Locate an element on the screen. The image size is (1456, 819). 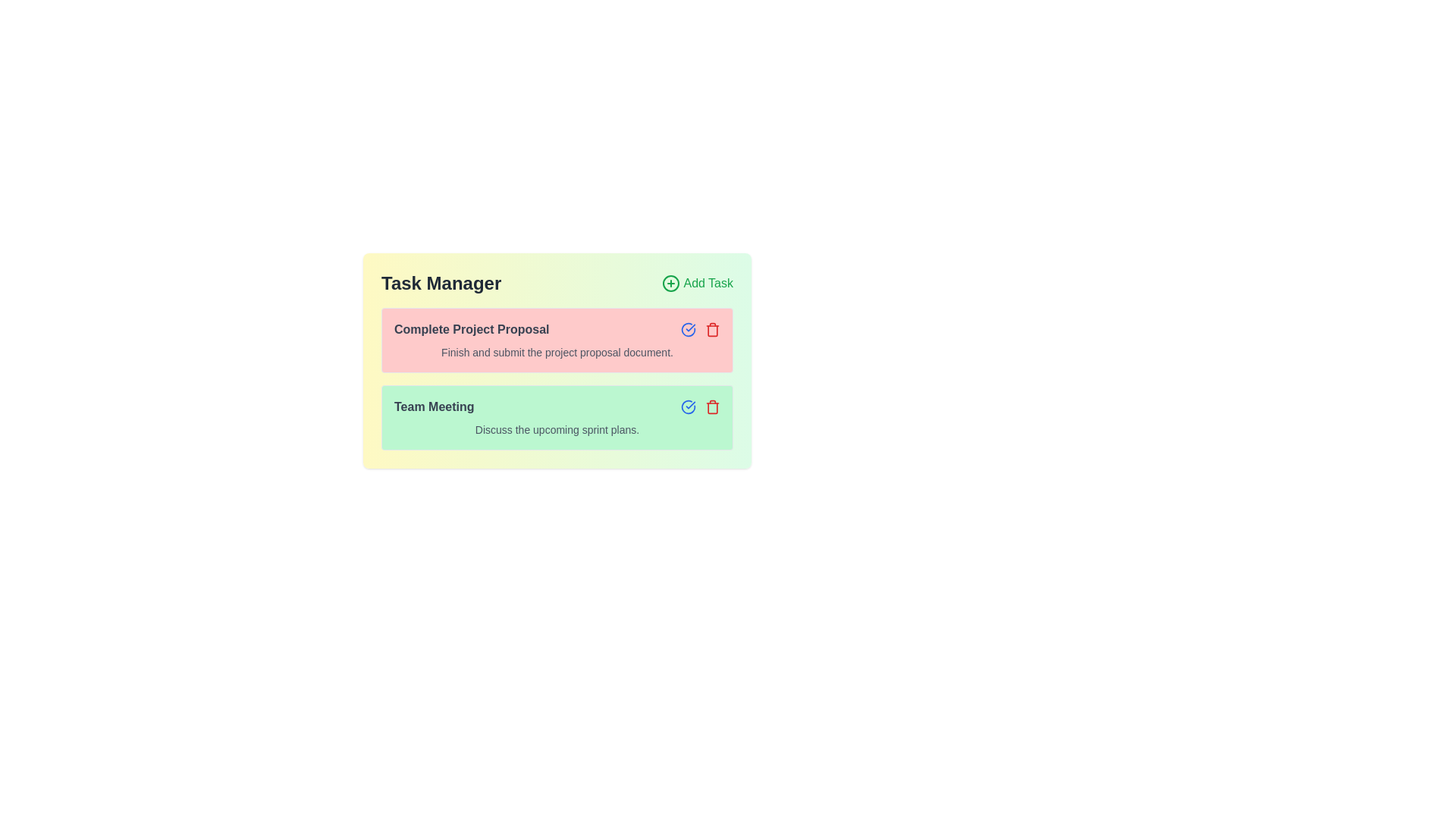
the circular outline of the 'Add Task' icon located in the top-right corner of the 'Task Manager' header section is located at coordinates (670, 284).